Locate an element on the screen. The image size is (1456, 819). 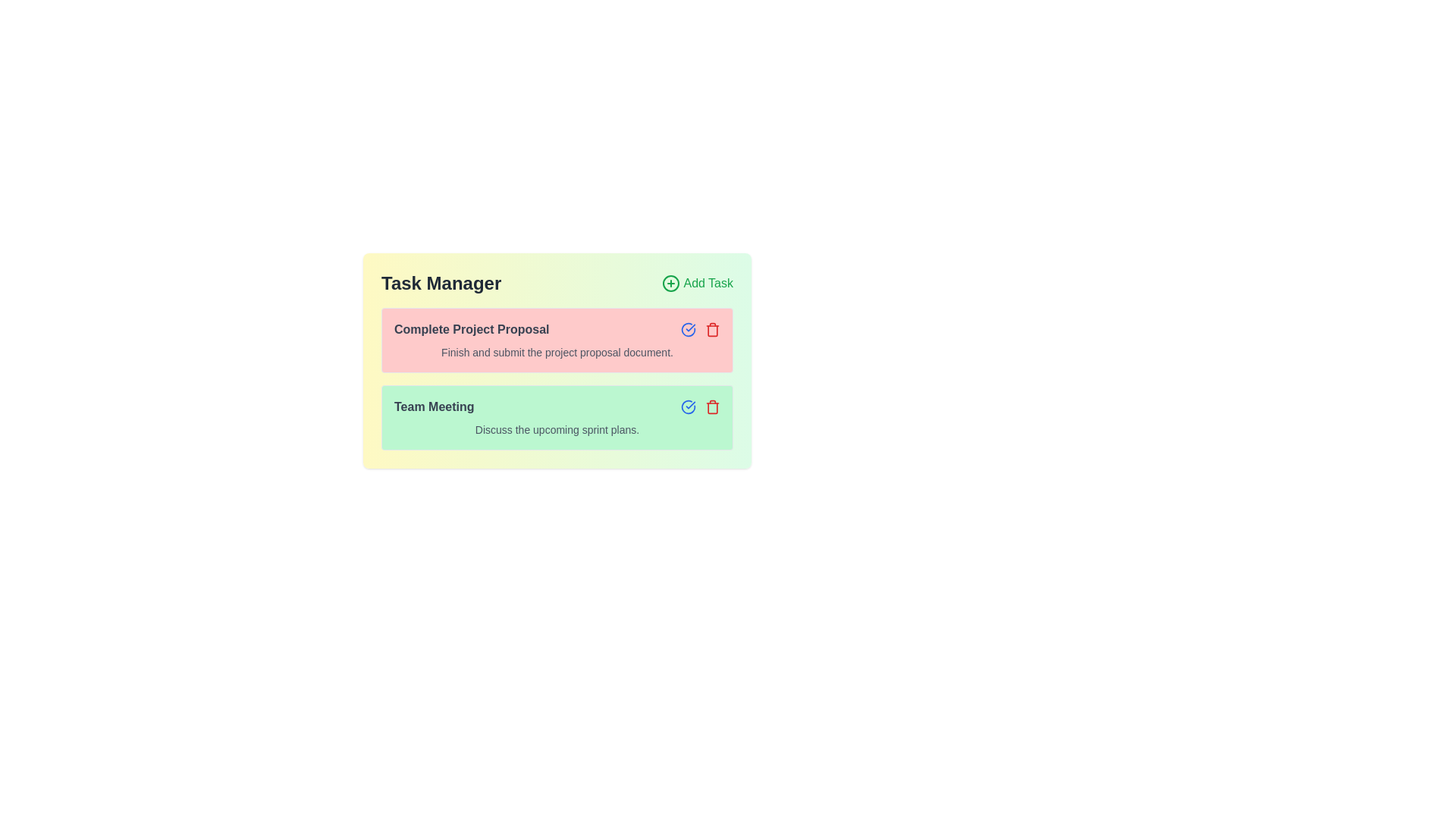
the circular outline of the 'Add Task' icon located in the top-right corner of the 'Task Manager' header section is located at coordinates (670, 284).